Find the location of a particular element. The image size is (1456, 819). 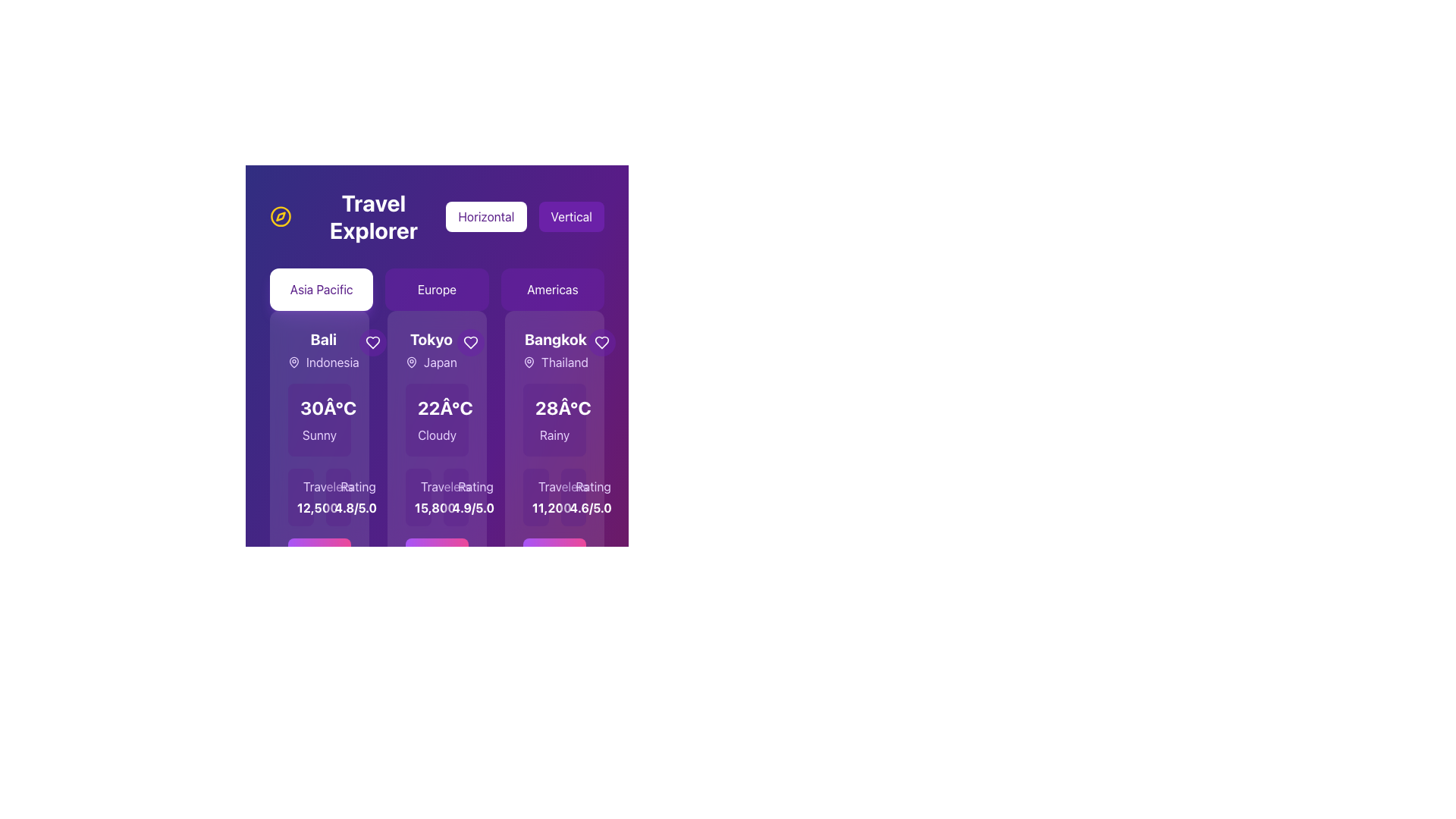

the button labeled 'Europe' is located at coordinates (436, 289).